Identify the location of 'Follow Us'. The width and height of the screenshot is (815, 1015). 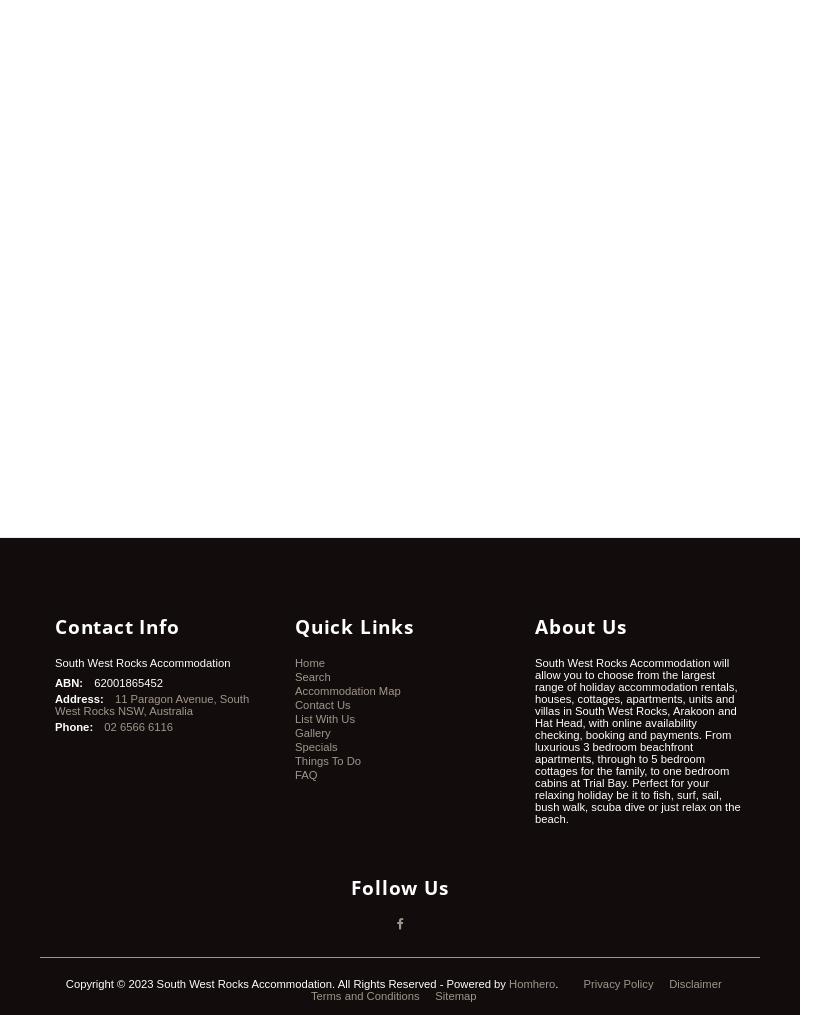
(398, 886).